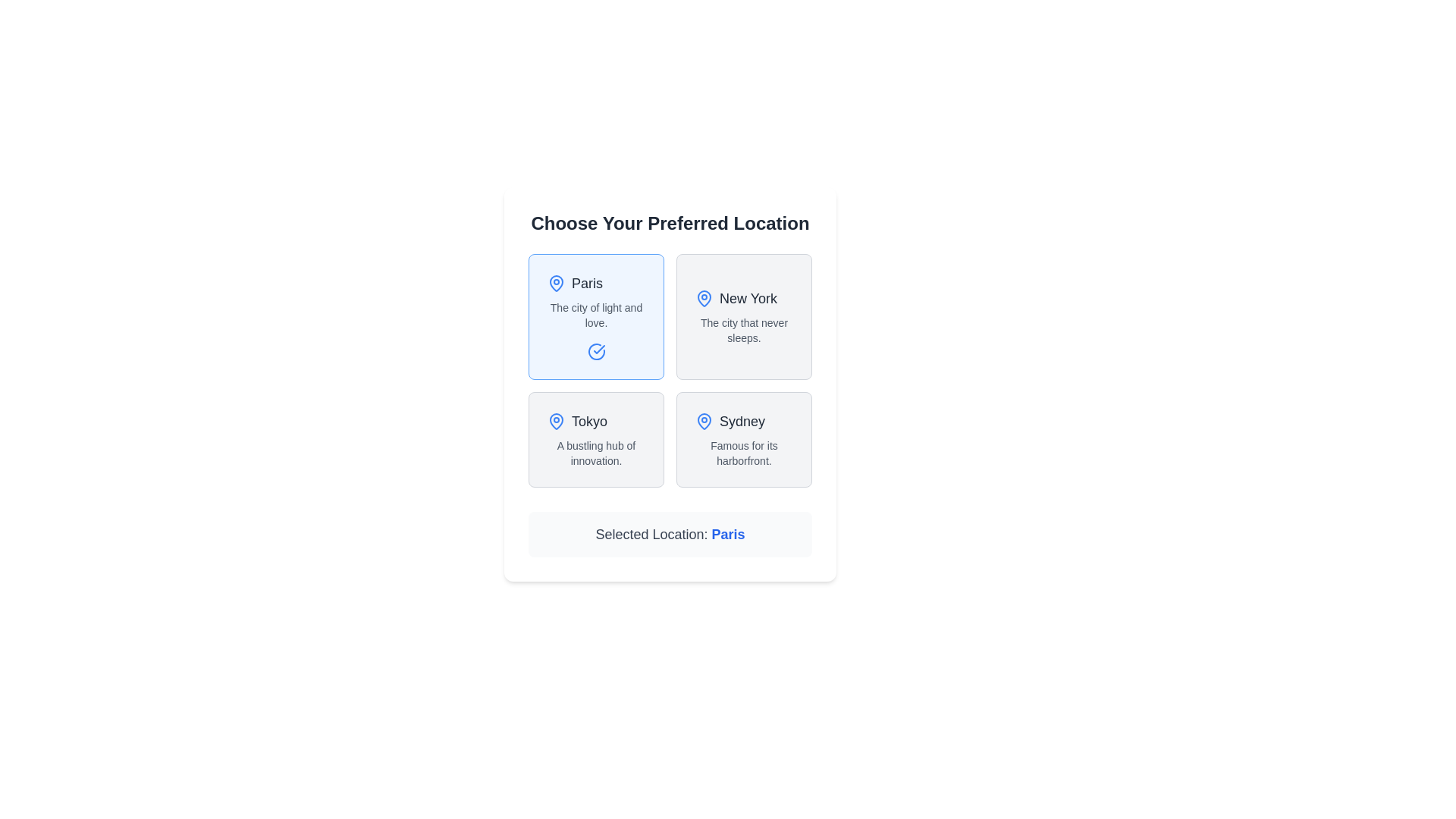  Describe the element at coordinates (744, 421) in the screenshot. I see `'Sydney' label with a blue map pin icon, which is displayed in medium-sized gray font within the bottom-right city choice card` at that location.